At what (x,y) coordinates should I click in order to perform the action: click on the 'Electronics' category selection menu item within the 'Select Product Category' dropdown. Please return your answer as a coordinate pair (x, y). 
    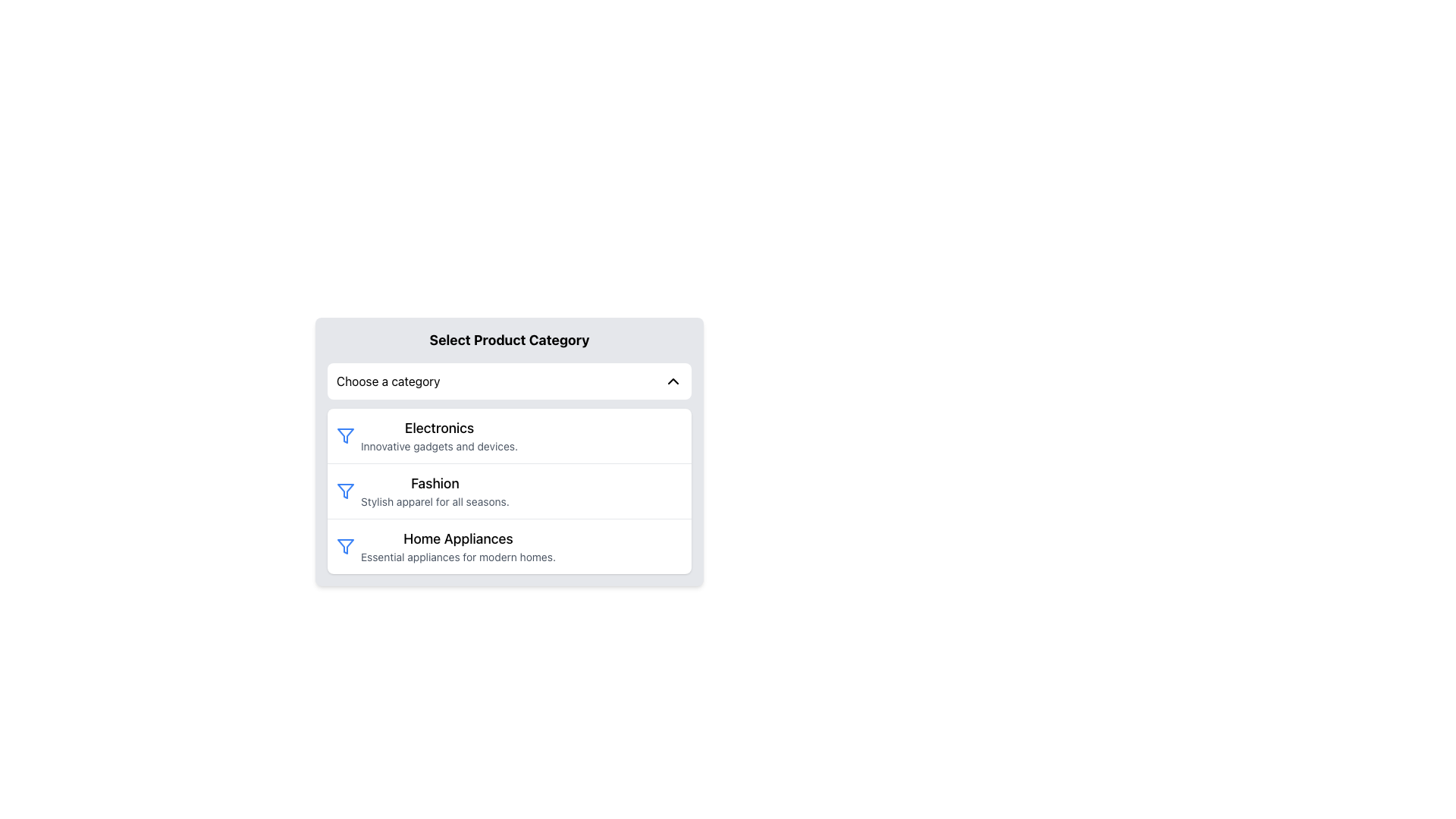
    Looking at the image, I should click on (510, 435).